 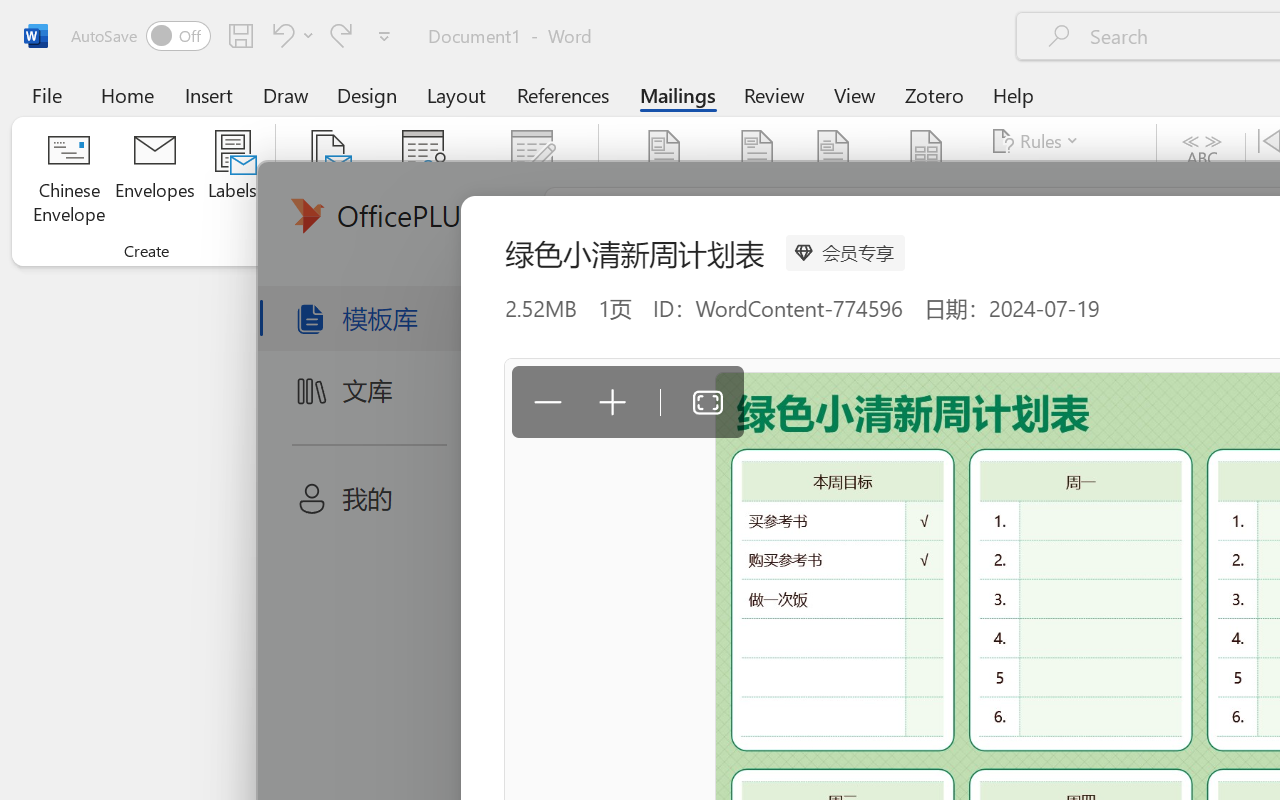 I want to click on 'Envelopes...', so click(x=154, y=179).